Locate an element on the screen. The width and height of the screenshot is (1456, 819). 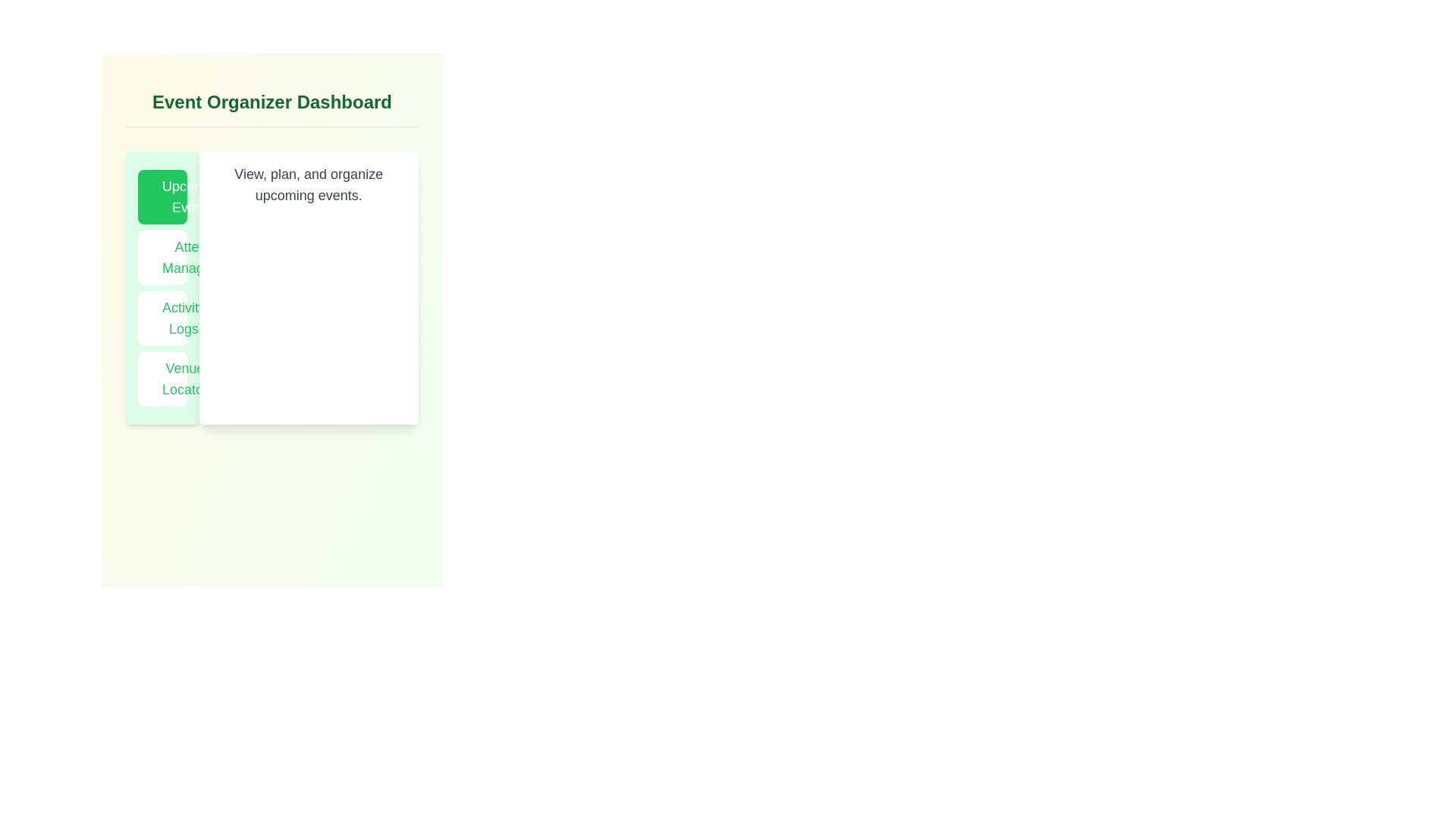
the Upcoming Events tab to navigate to its content is located at coordinates (162, 196).